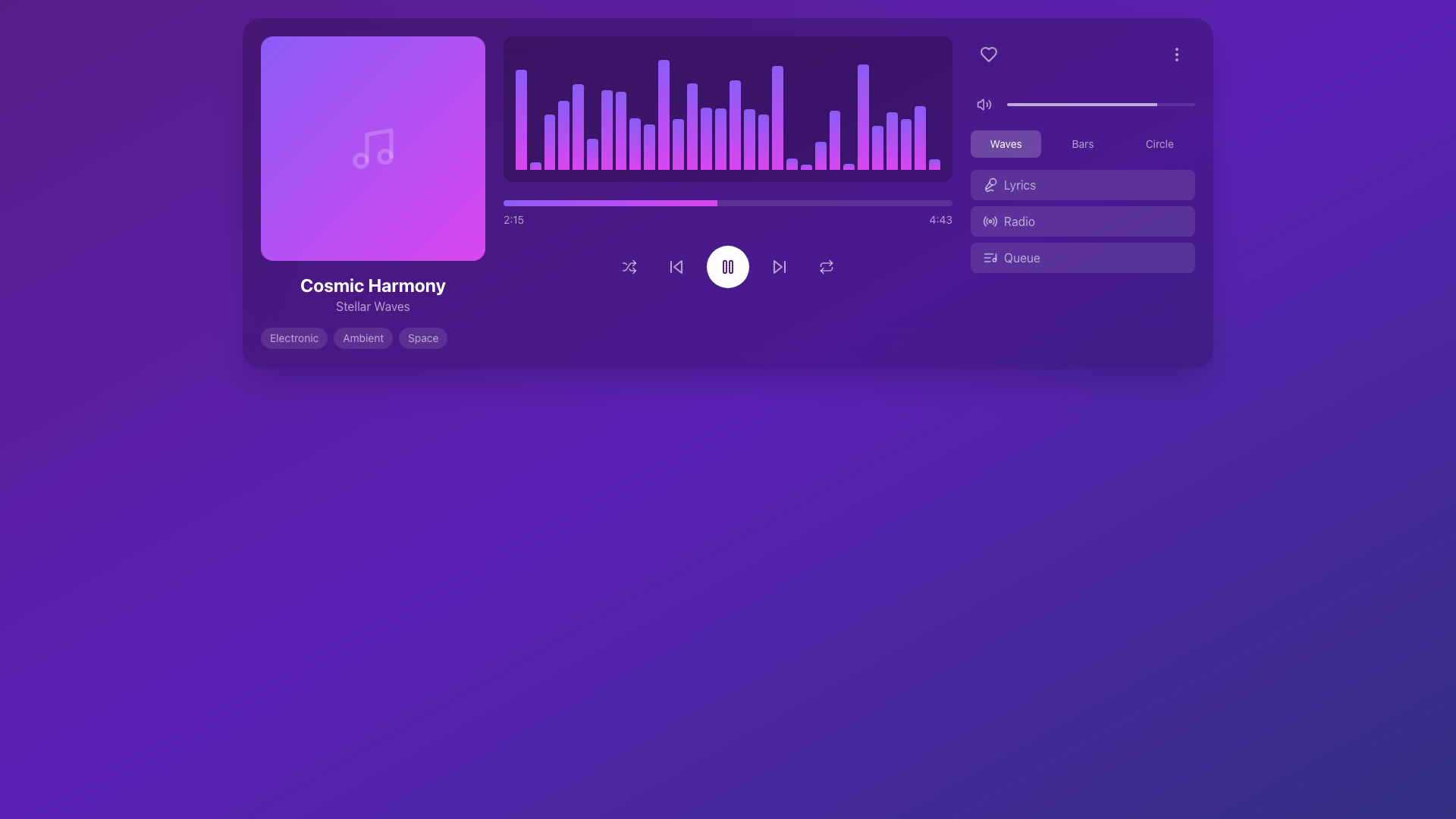  What do you see at coordinates (1020, 184) in the screenshot?
I see `text label "Lyrics" located within the button-like region in the right section of the interface, specifically the second element in the vertical stack of buttons` at bounding box center [1020, 184].